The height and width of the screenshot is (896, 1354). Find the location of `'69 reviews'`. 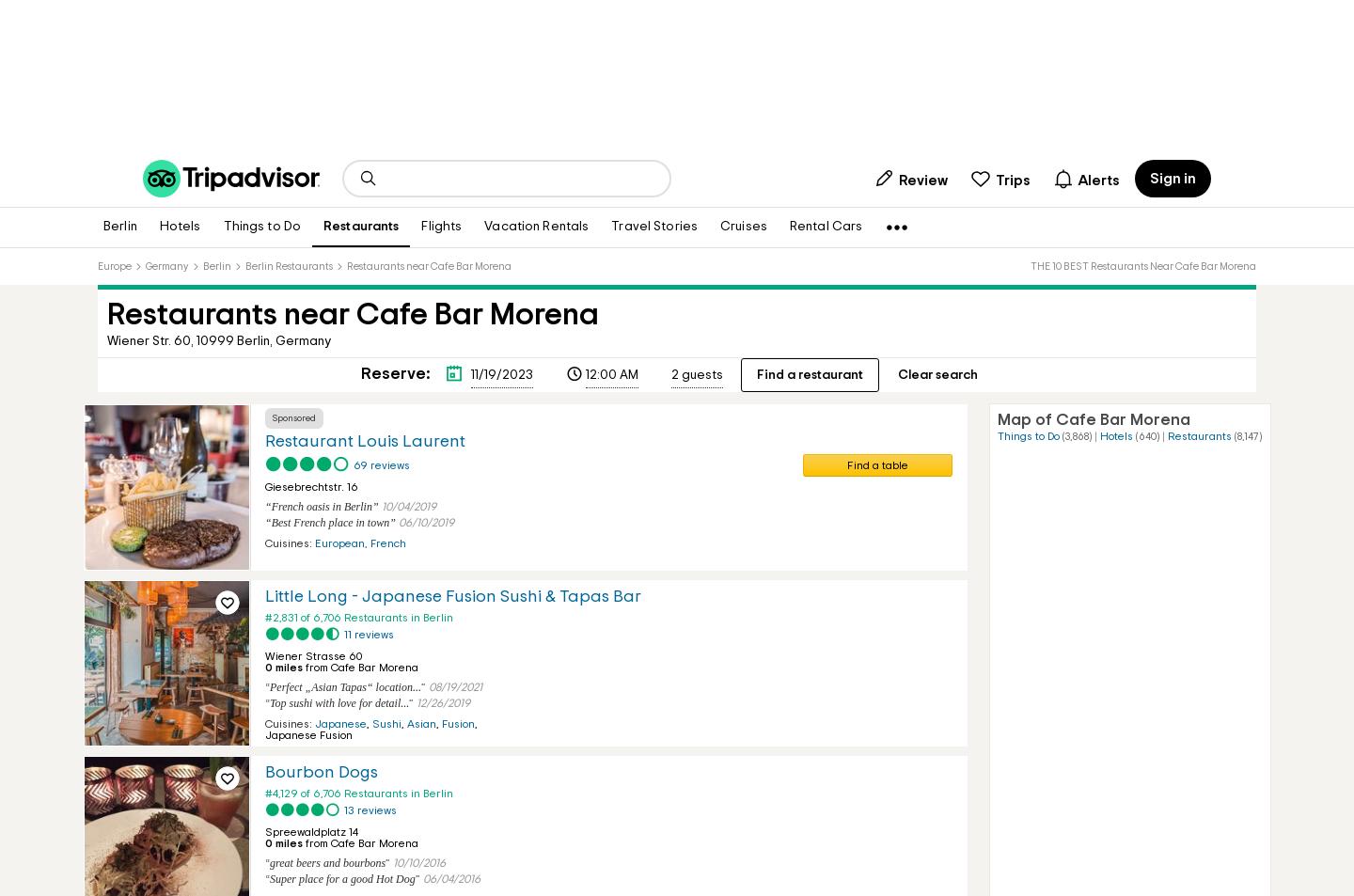

'69 reviews' is located at coordinates (380, 464).